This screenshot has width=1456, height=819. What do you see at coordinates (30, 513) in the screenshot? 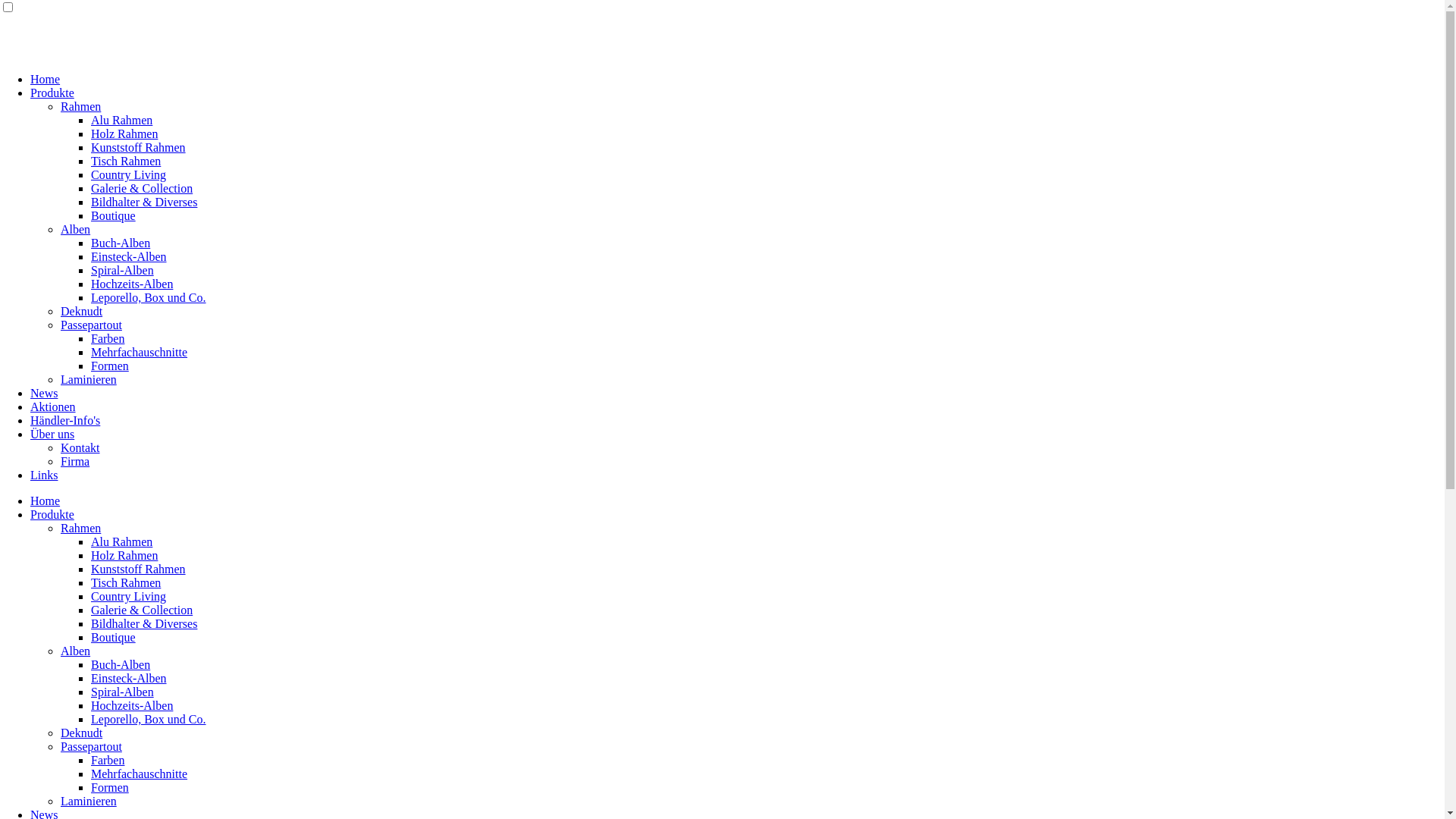
I see `'Produkte'` at bounding box center [30, 513].